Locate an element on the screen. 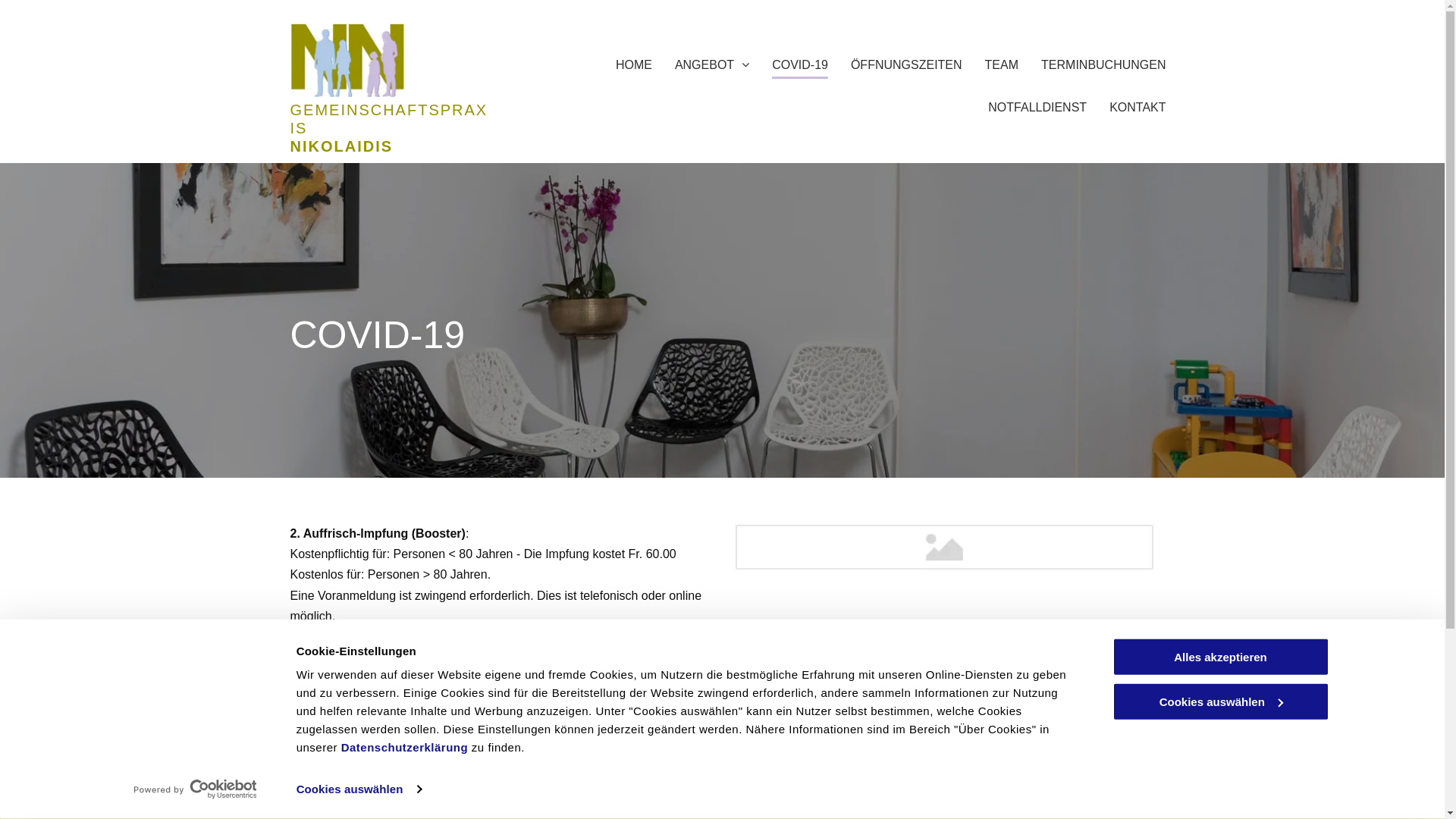 The width and height of the screenshot is (1456, 819). 'ANGEBOT' is located at coordinates (673, 61).